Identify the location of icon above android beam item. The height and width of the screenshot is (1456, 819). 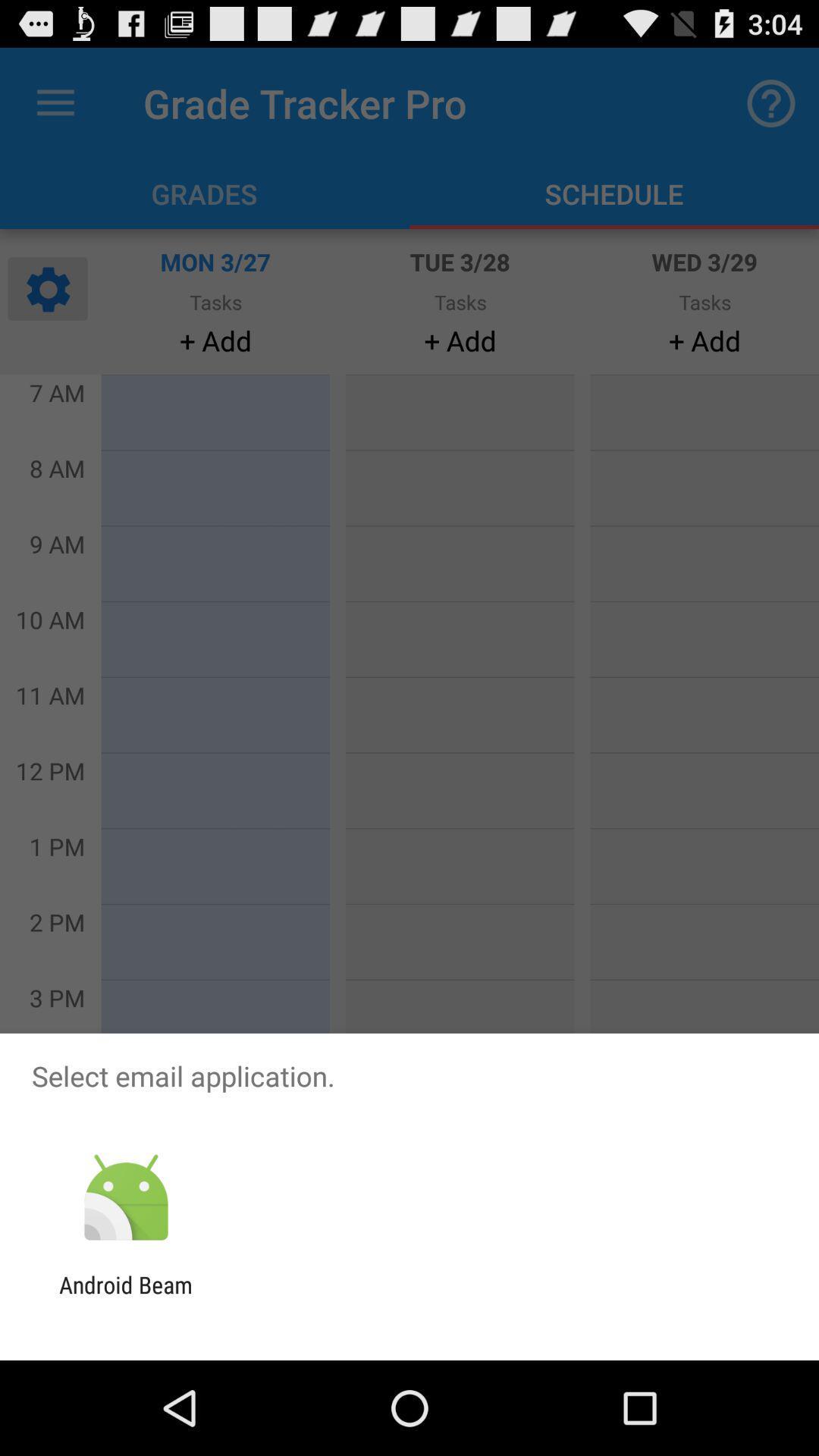
(125, 1197).